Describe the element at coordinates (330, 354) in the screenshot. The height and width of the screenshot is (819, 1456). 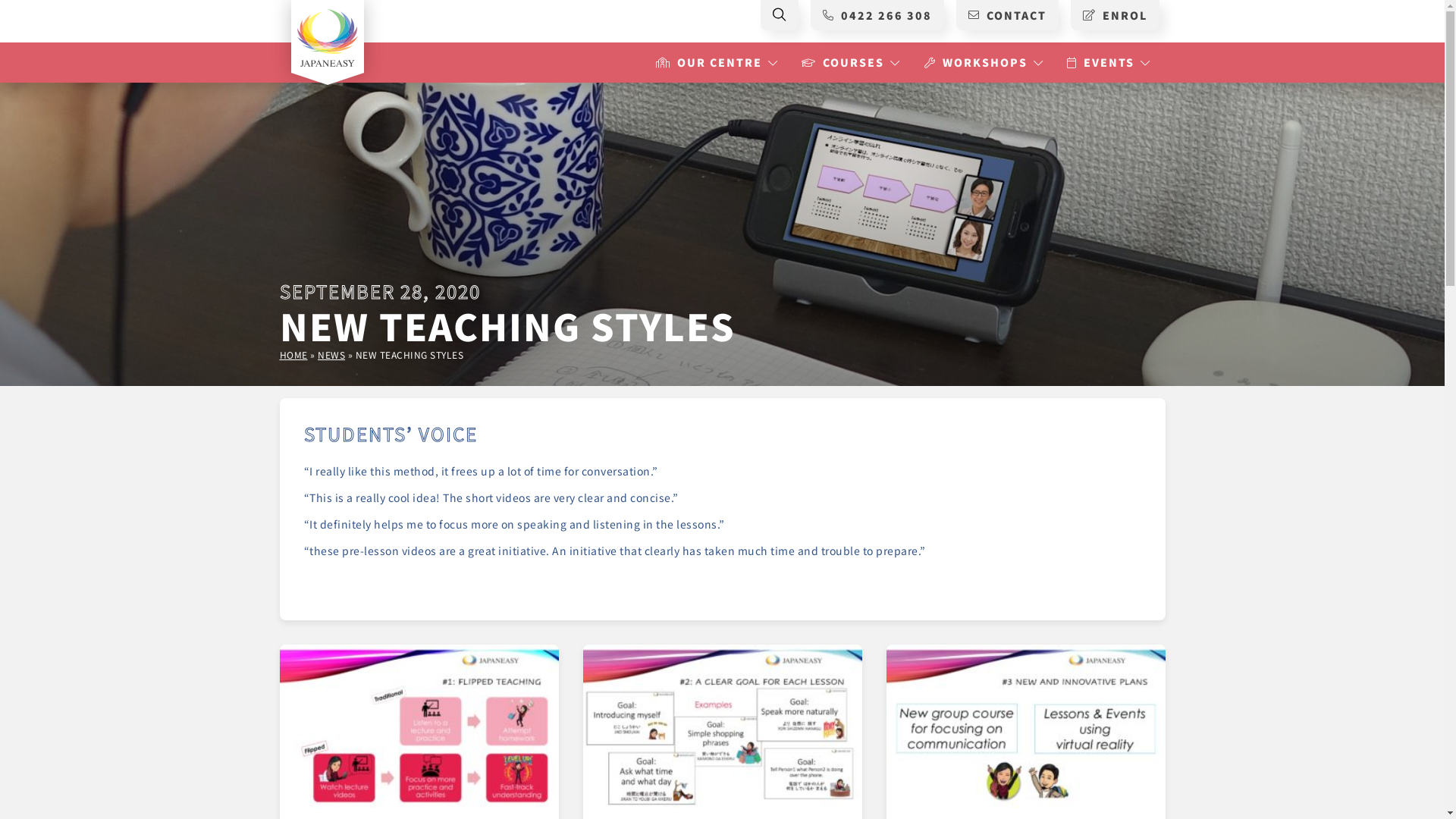
I see `'NEWS'` at that location.